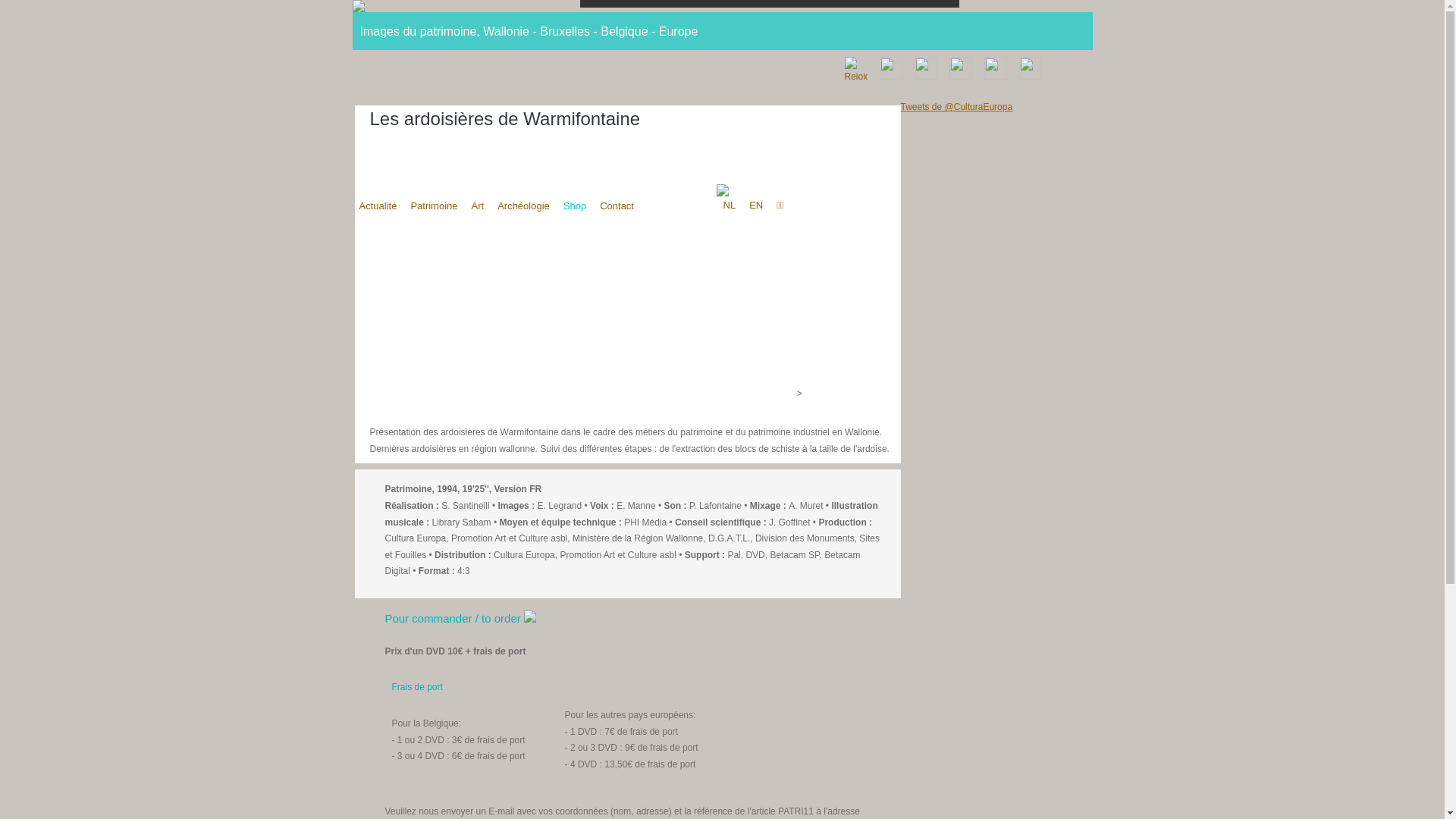 Image resolution: width=1456 pixels, height=819 pixels. What do you see at coordinates (574, 206) in the screenshot?
I see `'Shop'` at bounding box center [574, 206].